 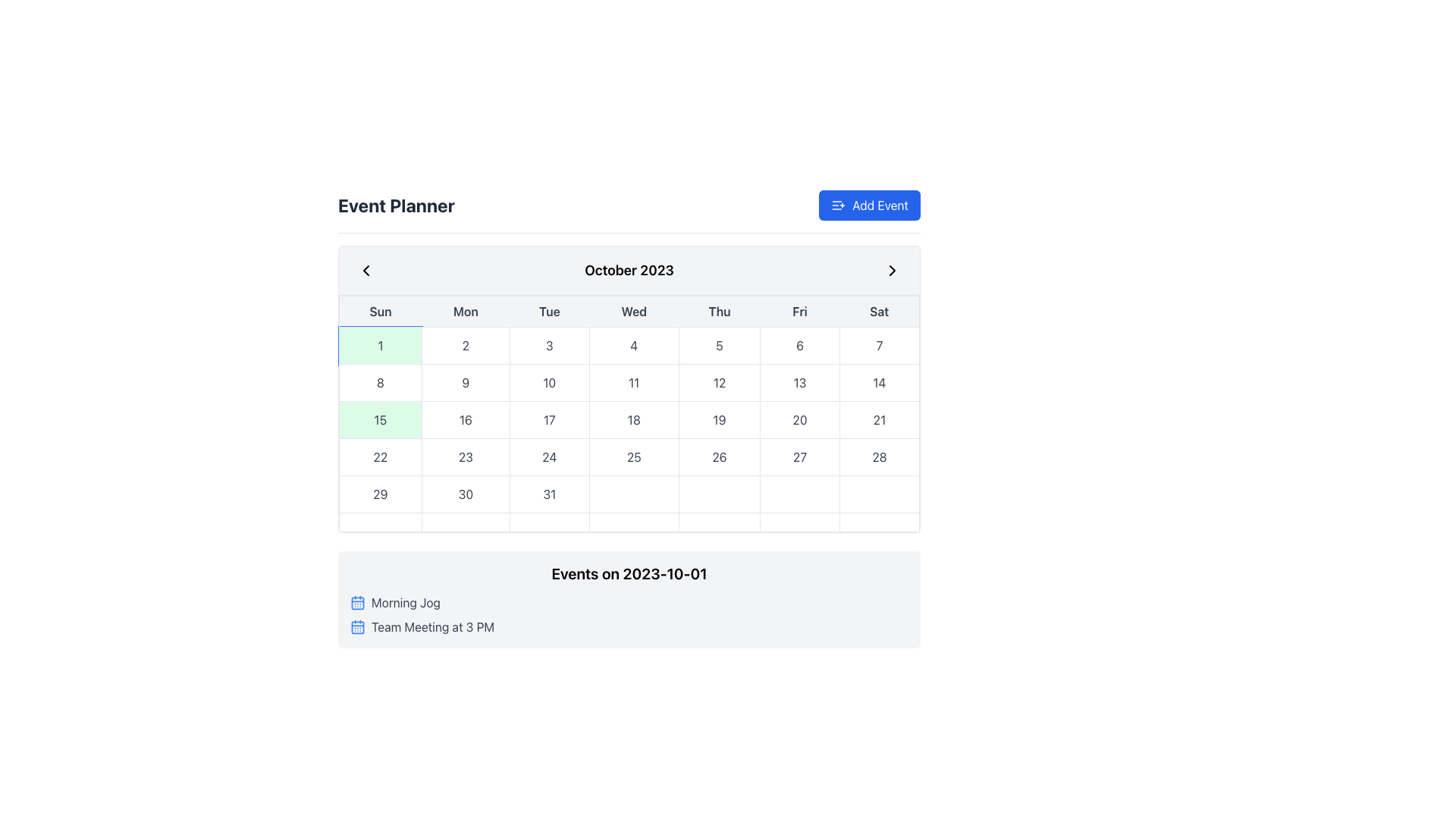 What do you see at coordinates (380, 311) in the screenshot?
I see `the text label displaying 'Sun' with a light gray background, located at the top-left corner of the table beneath the 'October 2023' header` at bounding box center [380, 311].